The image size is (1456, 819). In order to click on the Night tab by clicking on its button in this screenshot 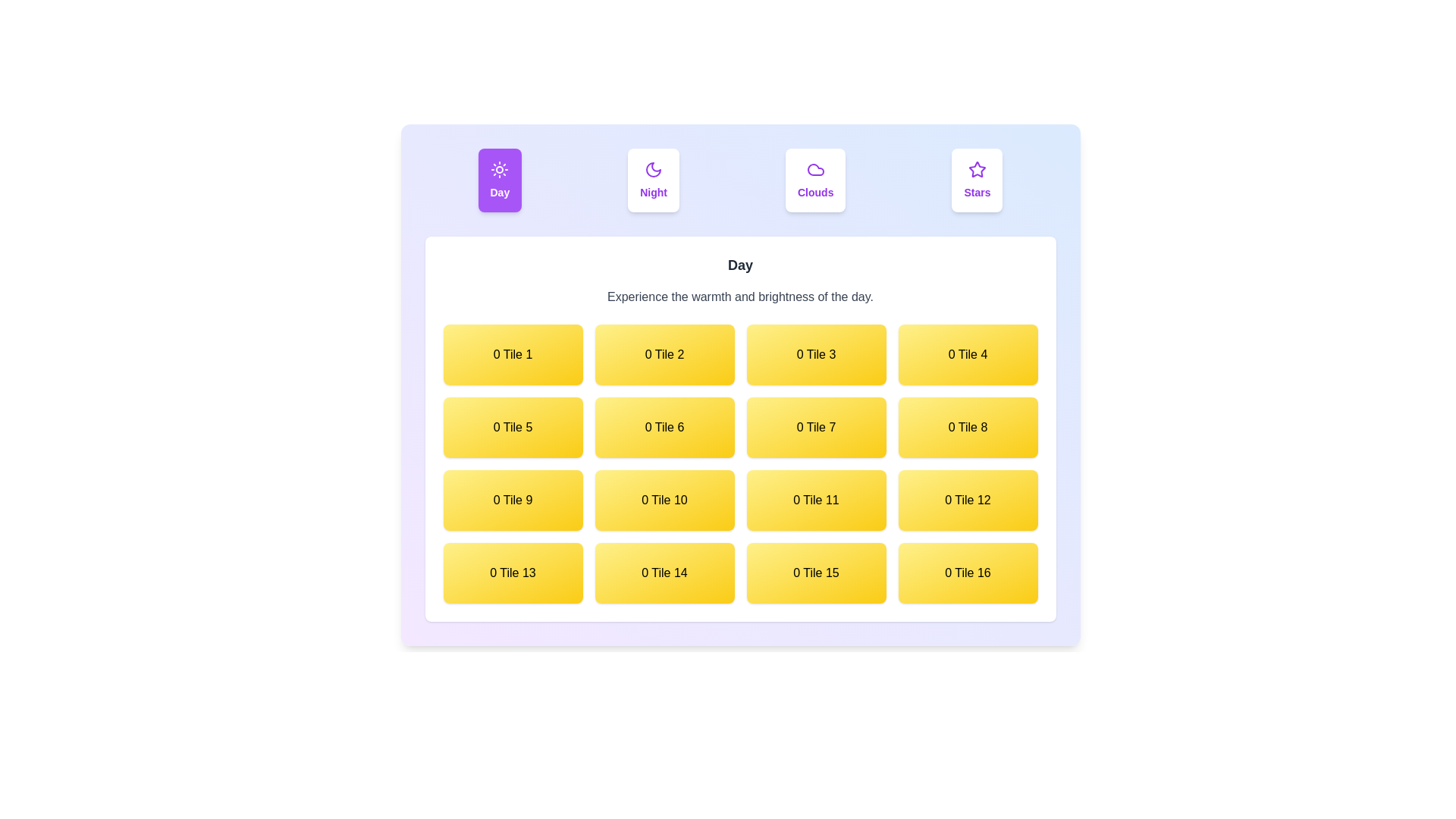, I will do `click(654, 180)`.